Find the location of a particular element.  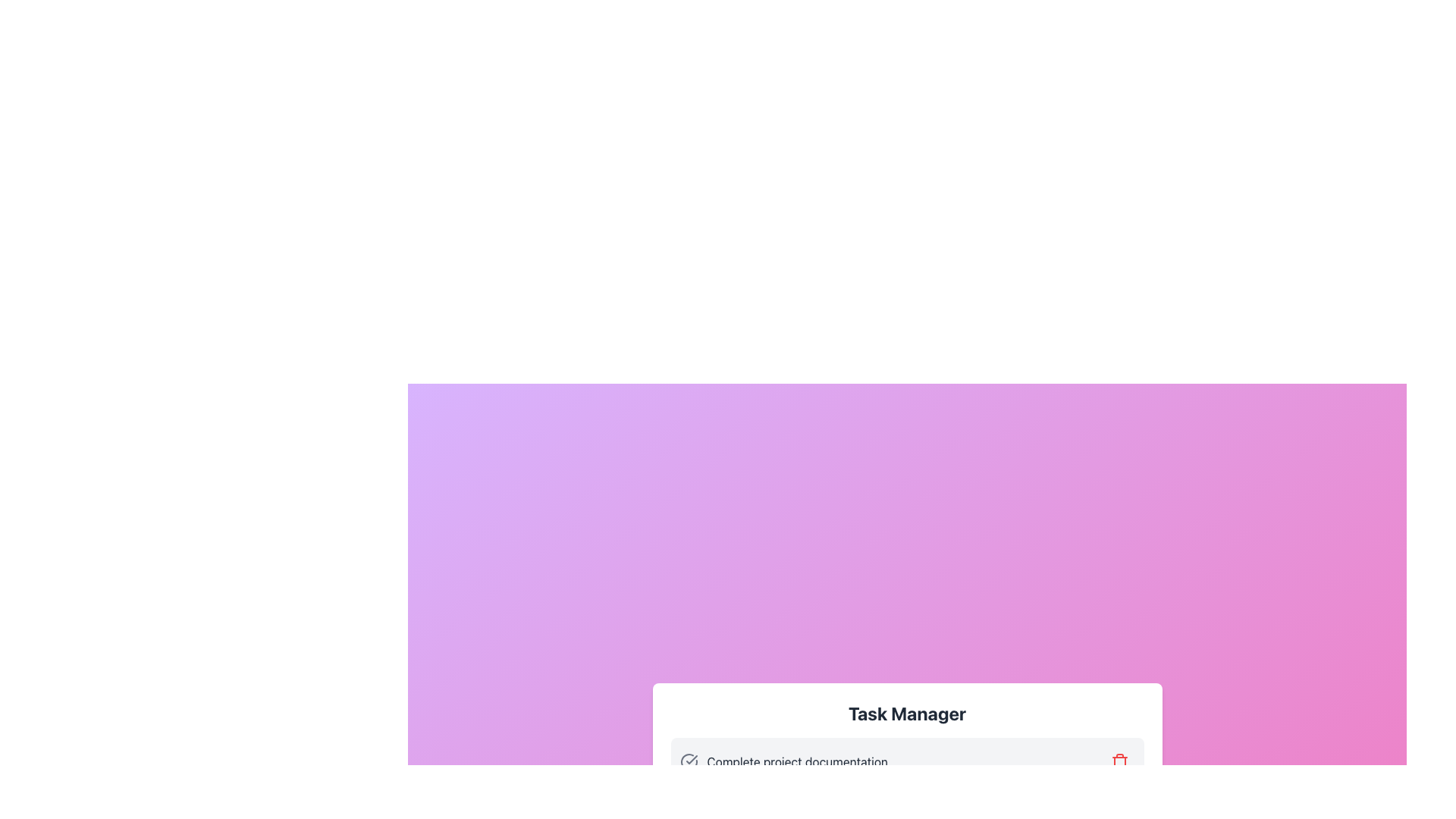

the delete button located at the end of a task item row in the task manager interface is located at coordinates (1119, 762).